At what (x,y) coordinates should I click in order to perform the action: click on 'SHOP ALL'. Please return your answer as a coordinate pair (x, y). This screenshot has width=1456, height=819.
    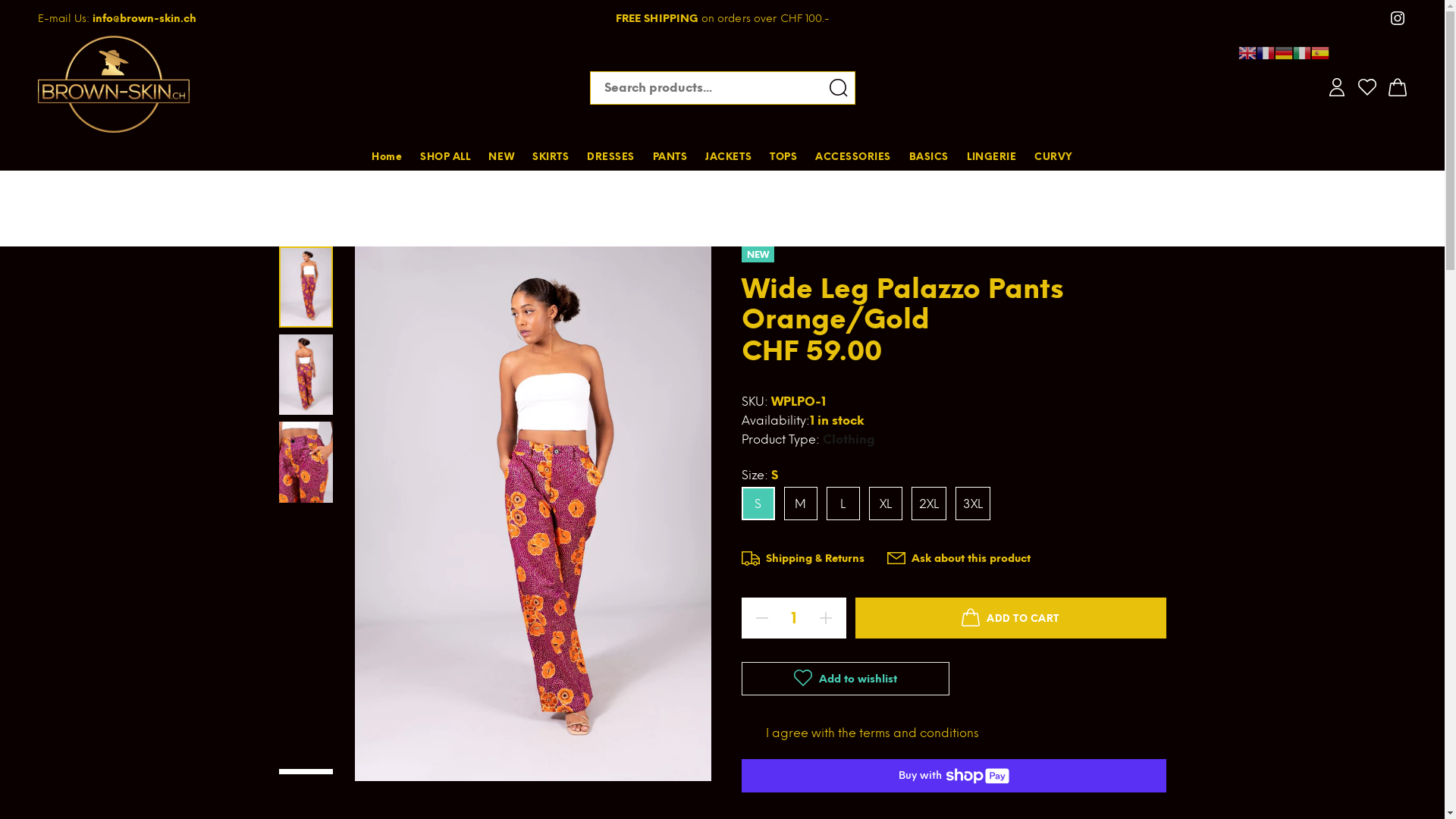
    Looking at the image, I should click on (444, 155).